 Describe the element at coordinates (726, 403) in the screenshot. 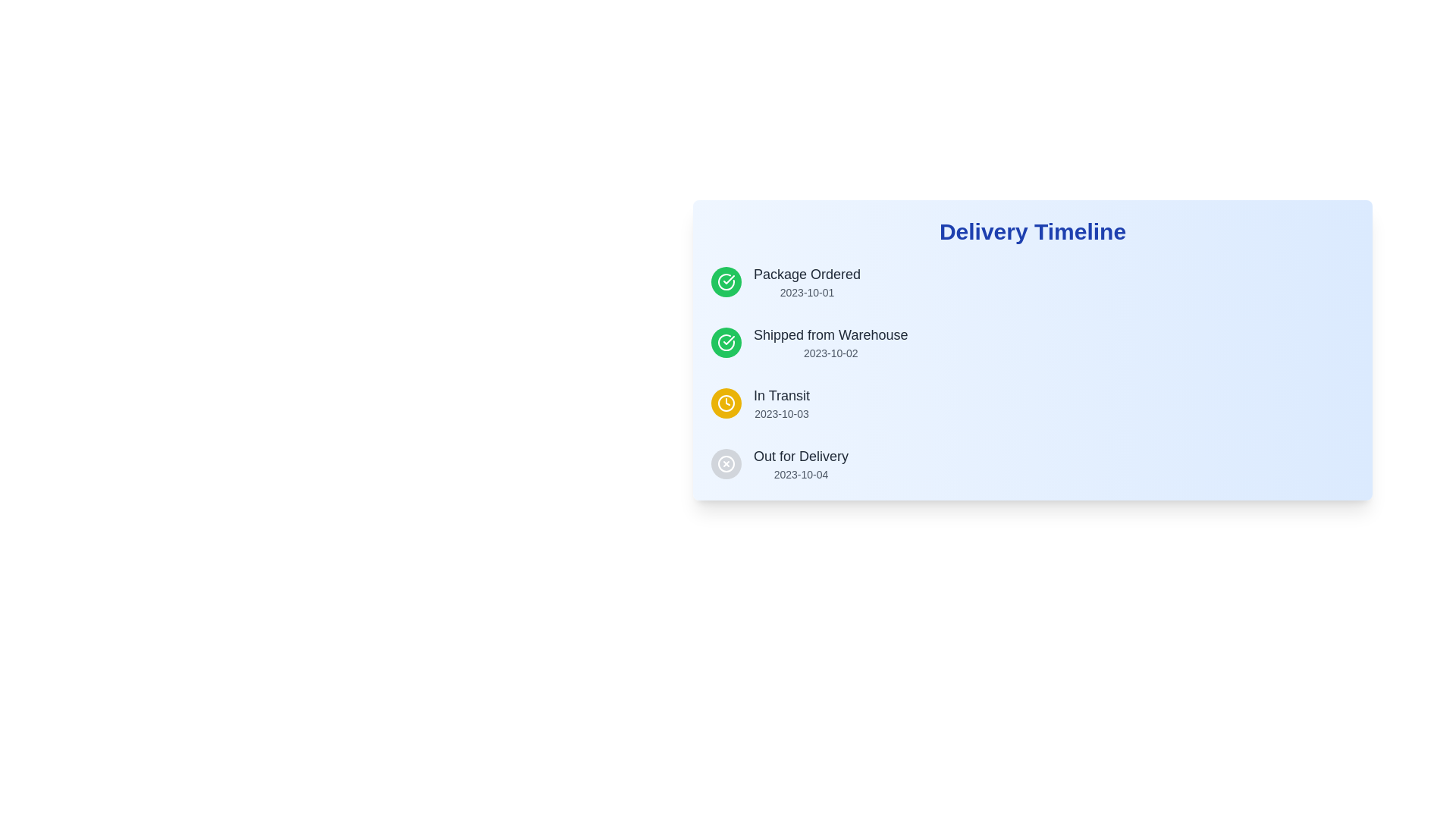

I see `the circular yellow icon with a white clock symbol, which is the third icon in the vertical sequence of status indicators on the delivery timeline interface, located to the left of the text 'In Transit' and '2023-10-03'` at that location.